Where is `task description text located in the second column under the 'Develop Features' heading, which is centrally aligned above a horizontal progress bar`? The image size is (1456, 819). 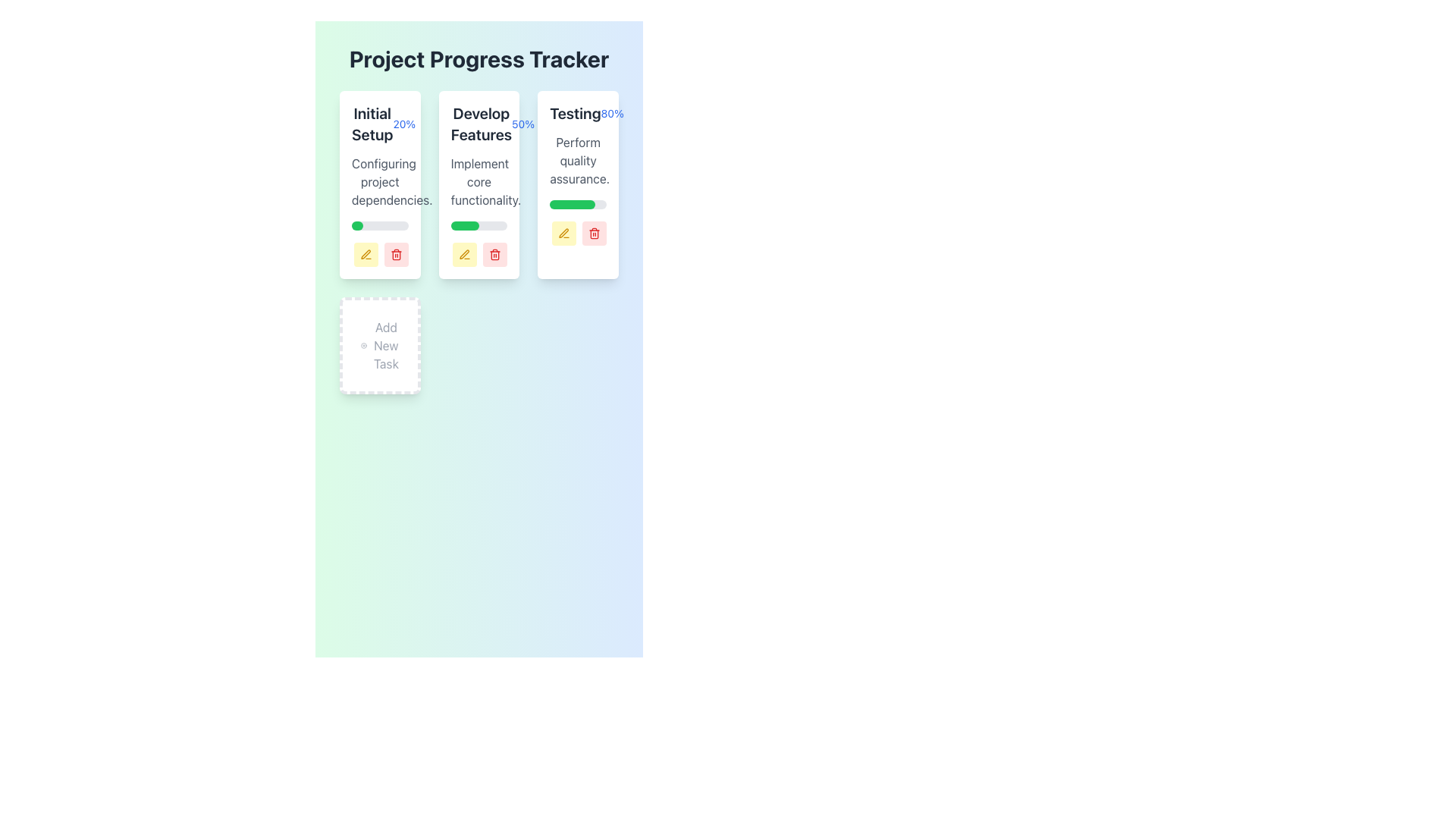 task description text located in the second column under the 'Develop Features' heading, which is centrally aligned above a horizontal progress bar is located at coordinates (479, 180).